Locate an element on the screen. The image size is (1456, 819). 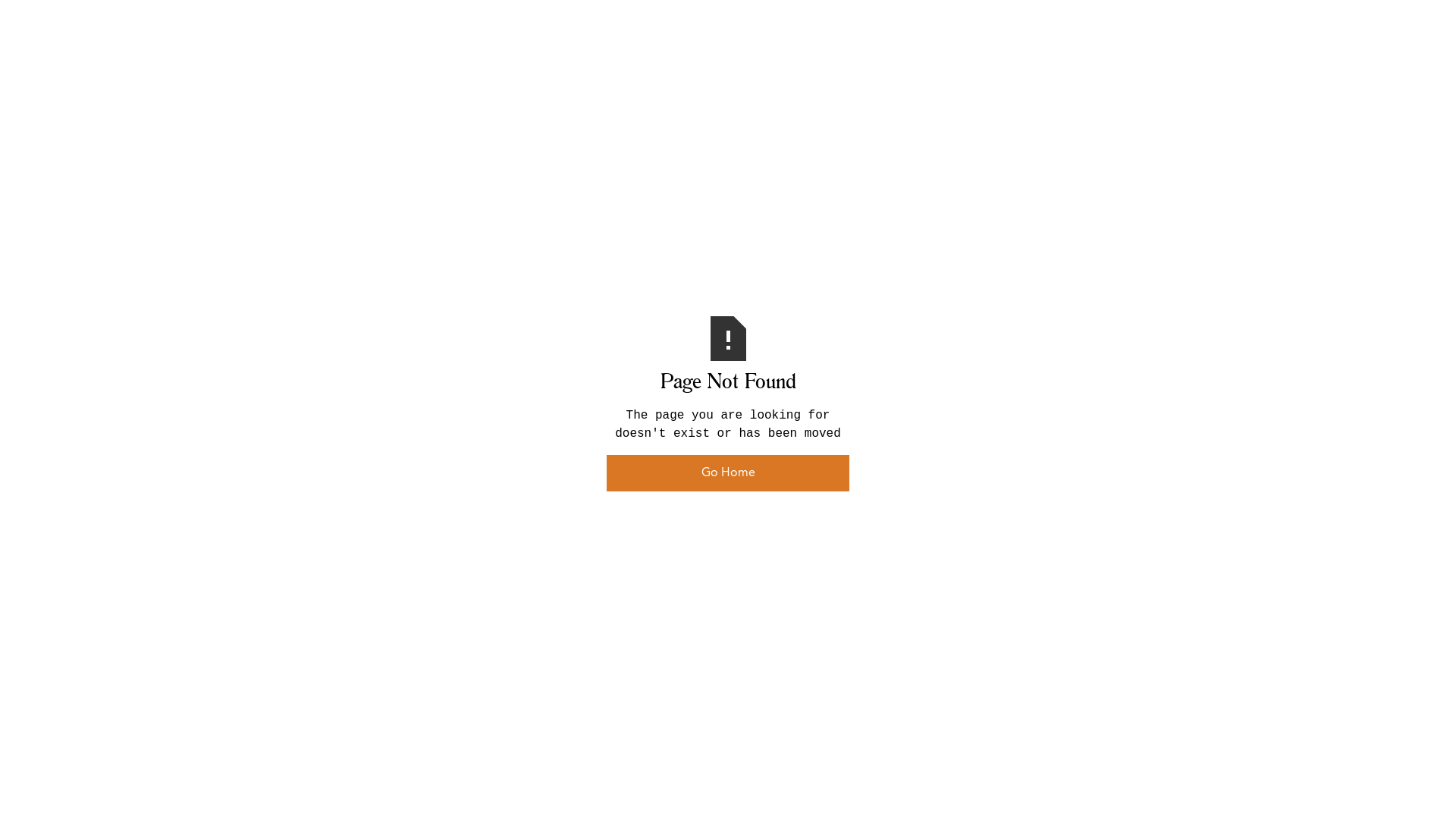
'Go Home' is located at coordinates (728, 472).